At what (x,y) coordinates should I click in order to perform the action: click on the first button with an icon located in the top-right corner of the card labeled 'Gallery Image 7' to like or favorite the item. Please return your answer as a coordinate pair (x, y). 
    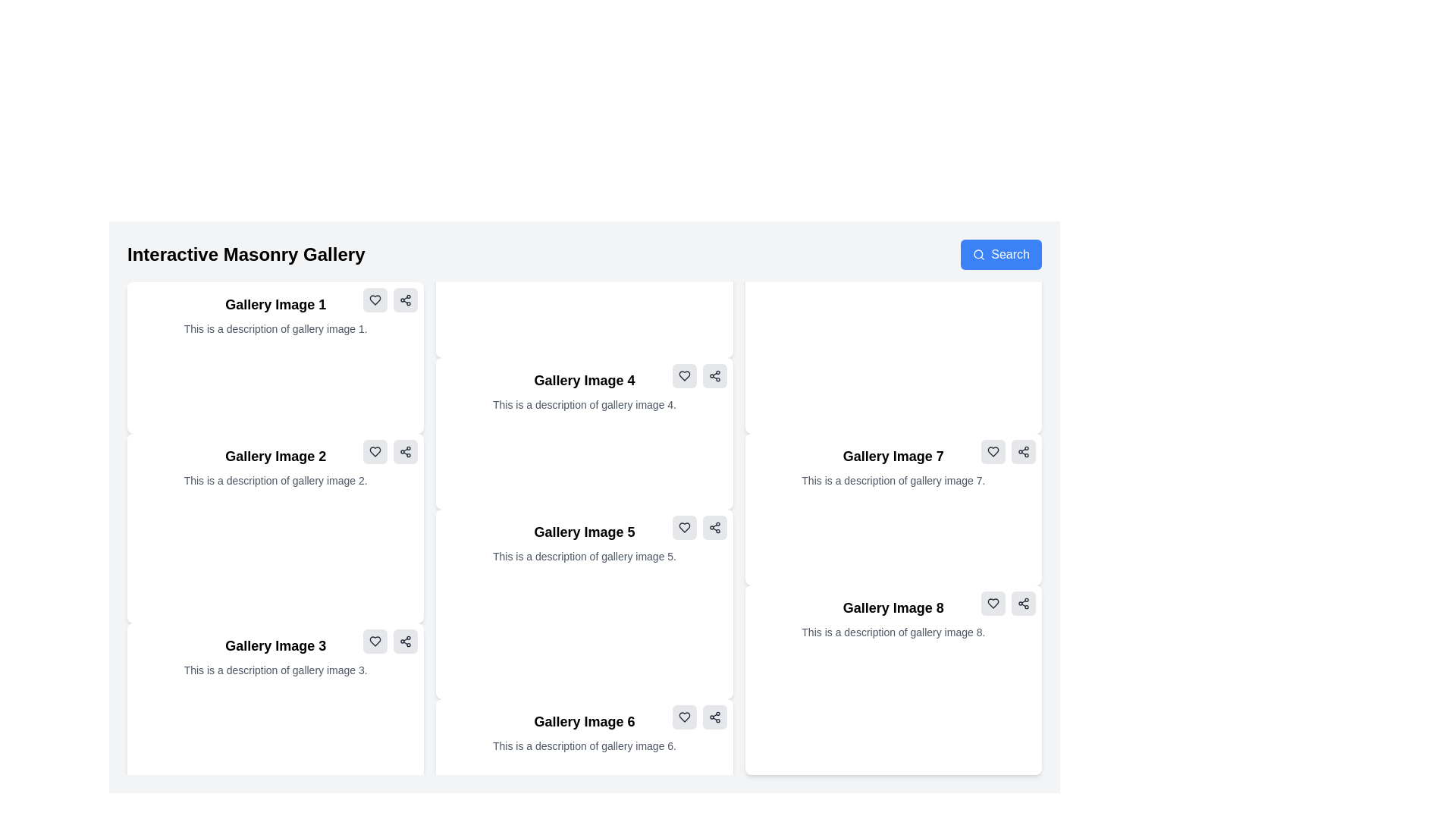
    Looking at the image, I should click on (993, 451).